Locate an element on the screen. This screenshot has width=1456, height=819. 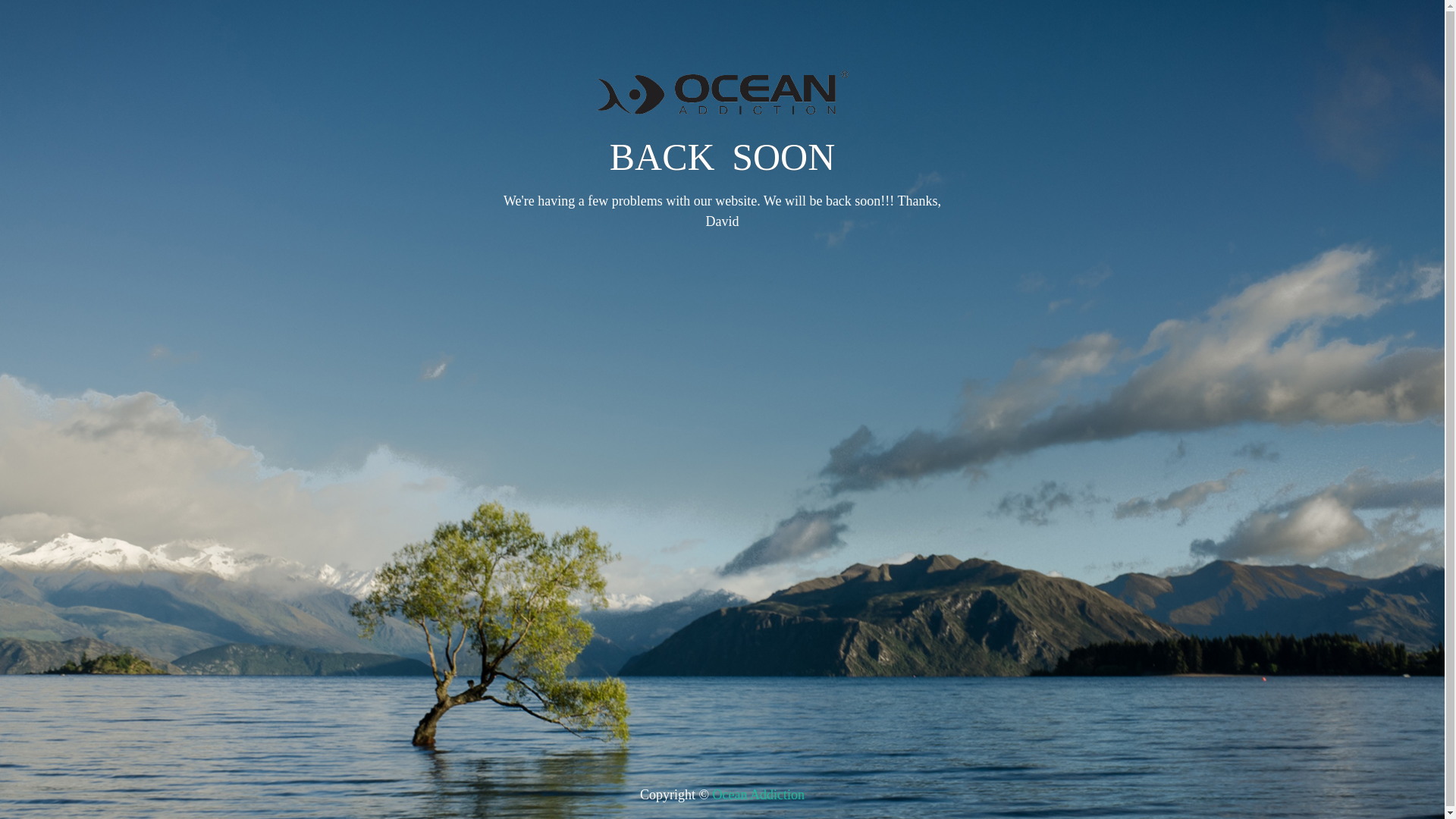
'Ocean Addiction' is located at coordinates (758, 794).